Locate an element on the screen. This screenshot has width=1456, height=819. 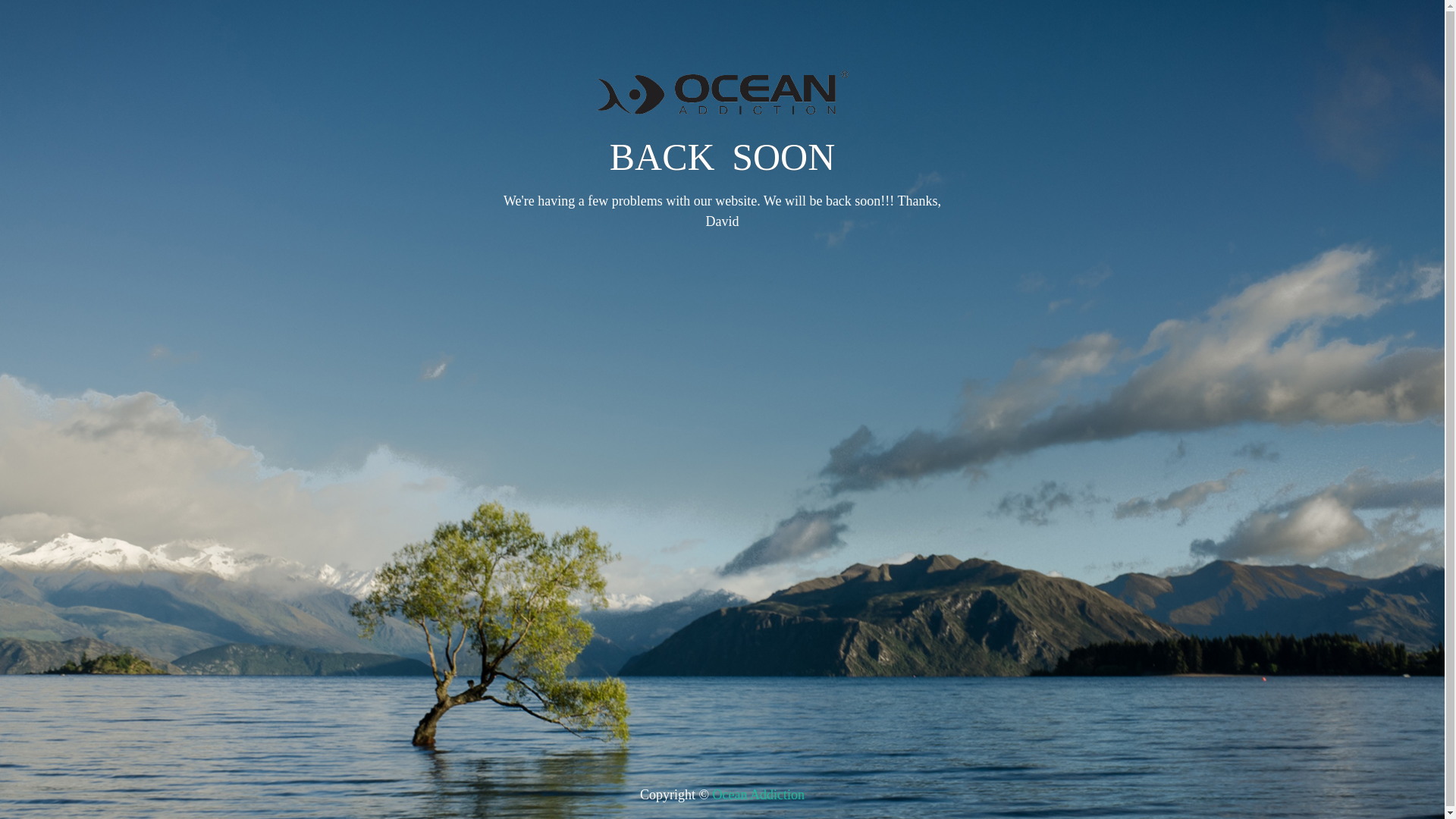
'Ocean Addiction' is located at coordinates (758, 794).